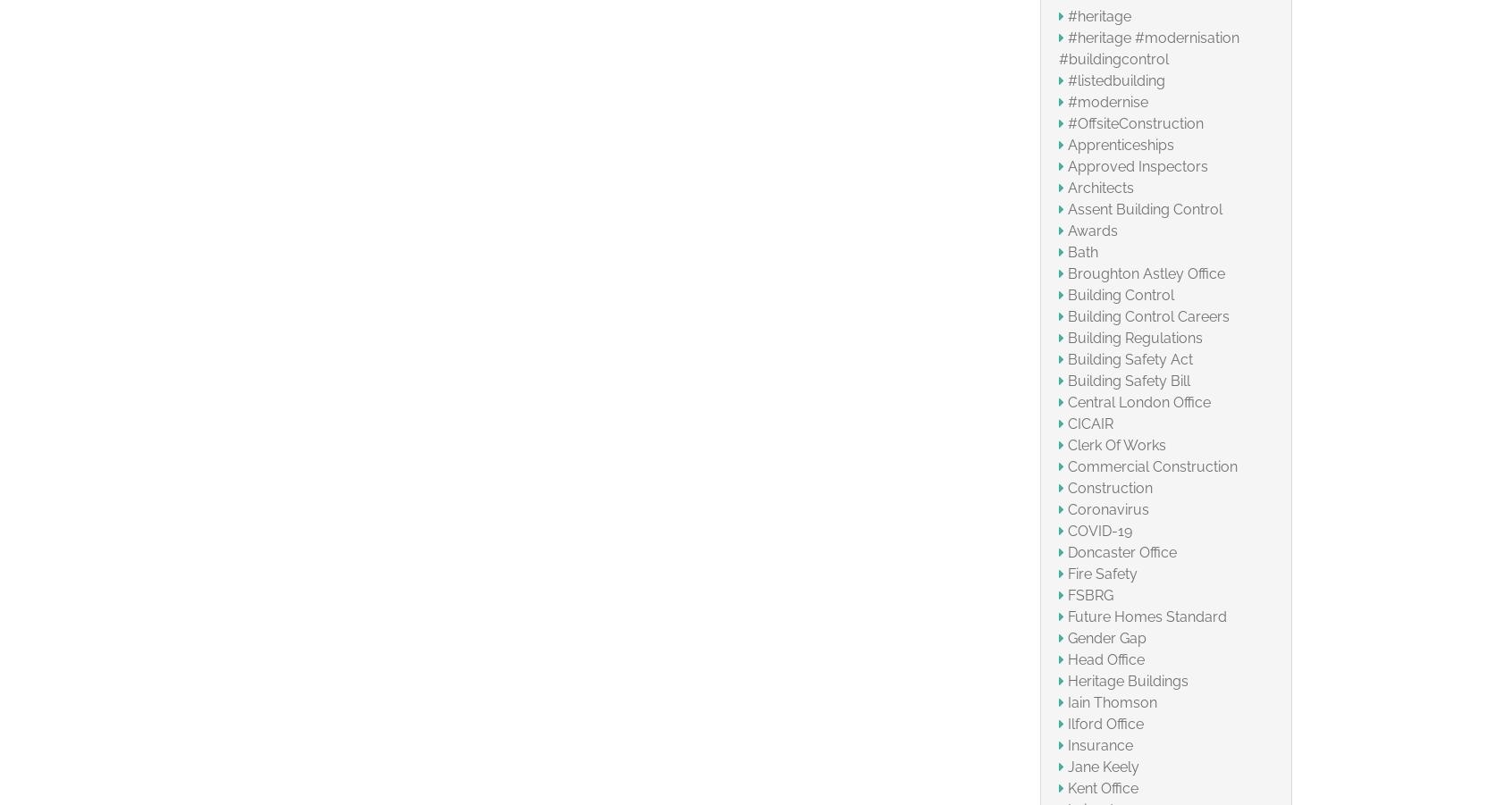 The image size is (1512, 805). Describe the element at coordinates (1089, 594) in the screenshot. I see `'FSBRG'` at that location.